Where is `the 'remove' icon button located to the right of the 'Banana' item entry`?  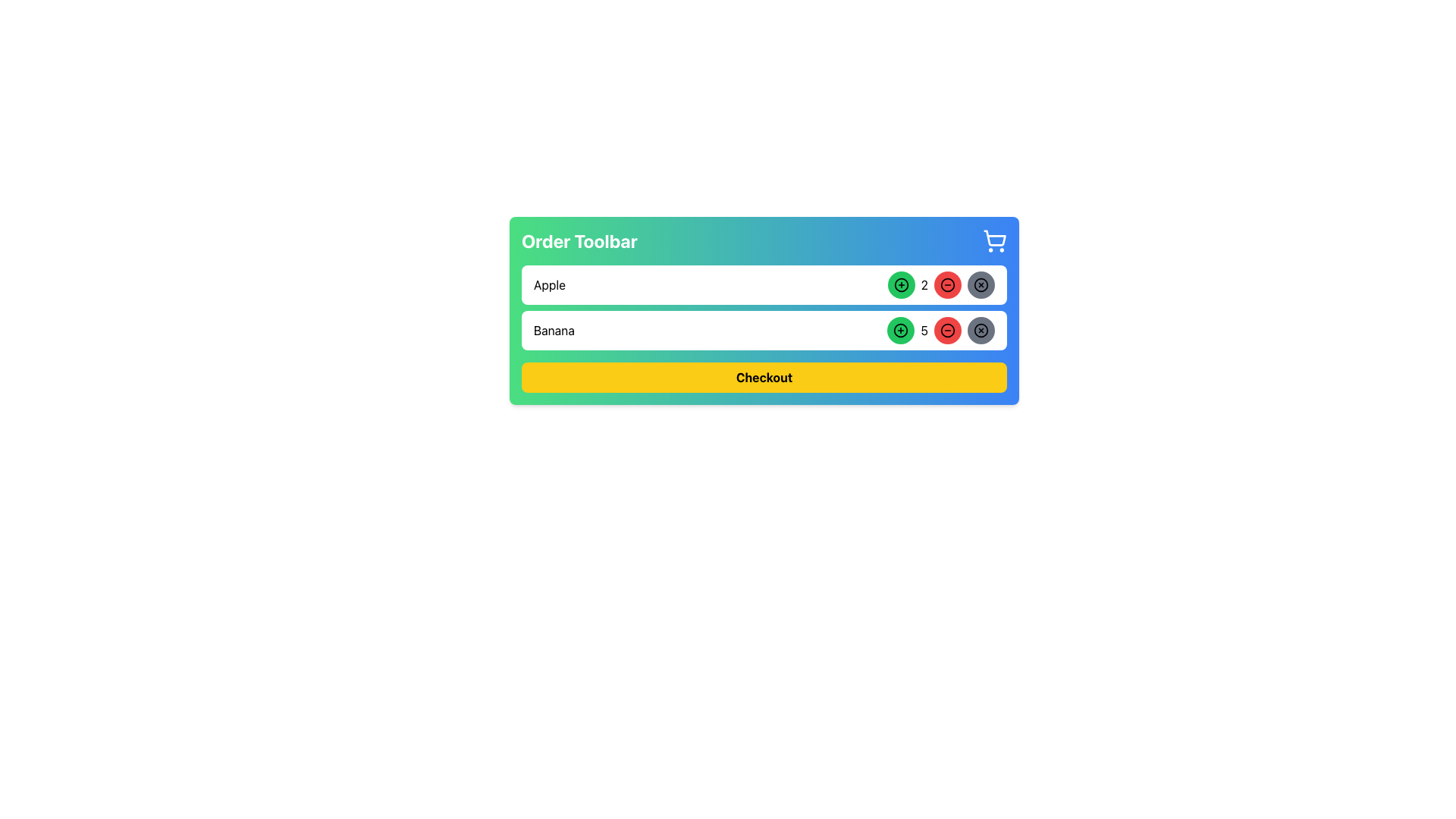
the 'remove' icon button located to the right of the 'Banana' item entry is located at coordinates (981, 329).